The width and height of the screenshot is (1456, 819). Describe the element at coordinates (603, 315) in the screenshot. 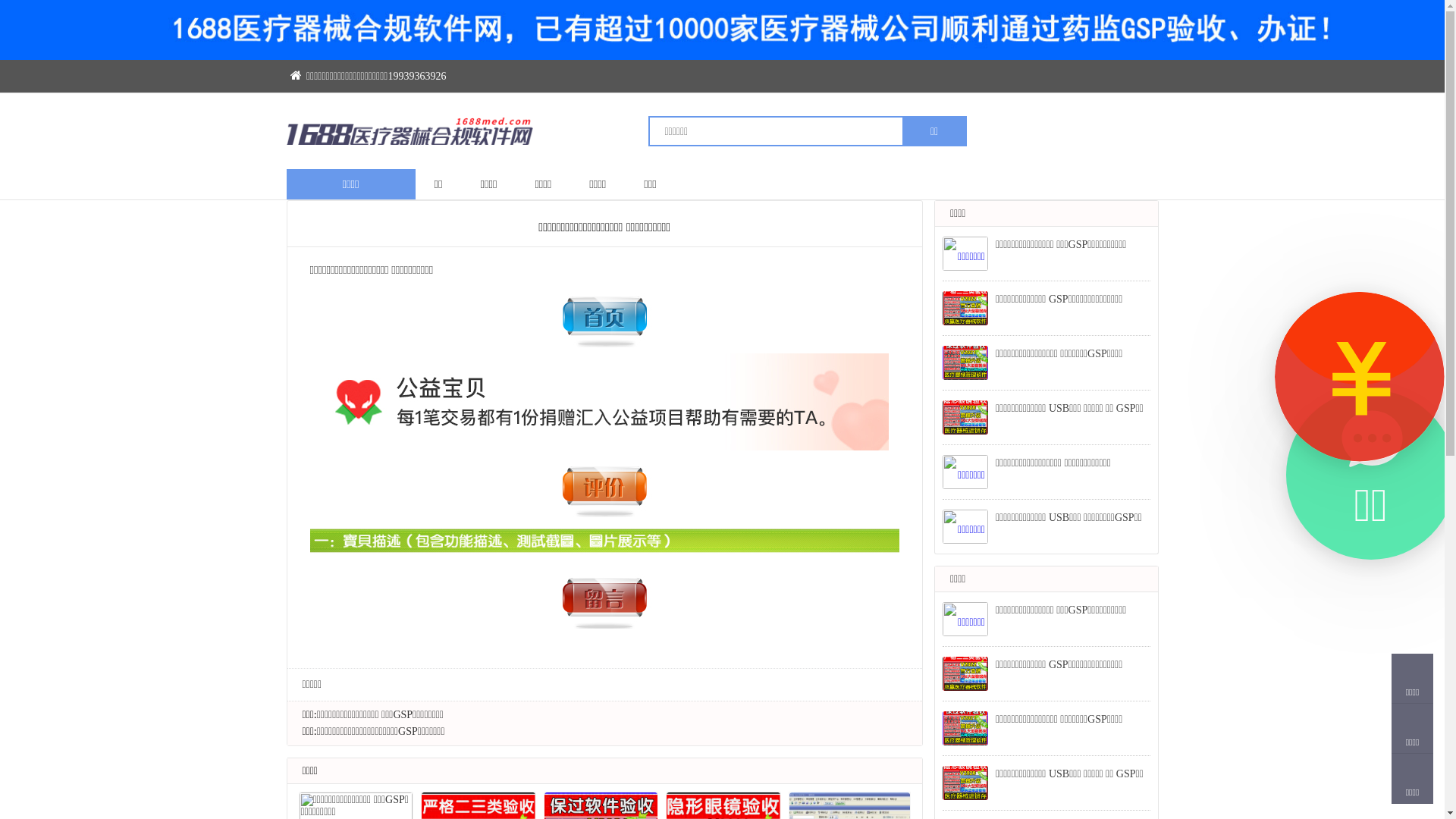

I see `'x2.jpg'` at that location.